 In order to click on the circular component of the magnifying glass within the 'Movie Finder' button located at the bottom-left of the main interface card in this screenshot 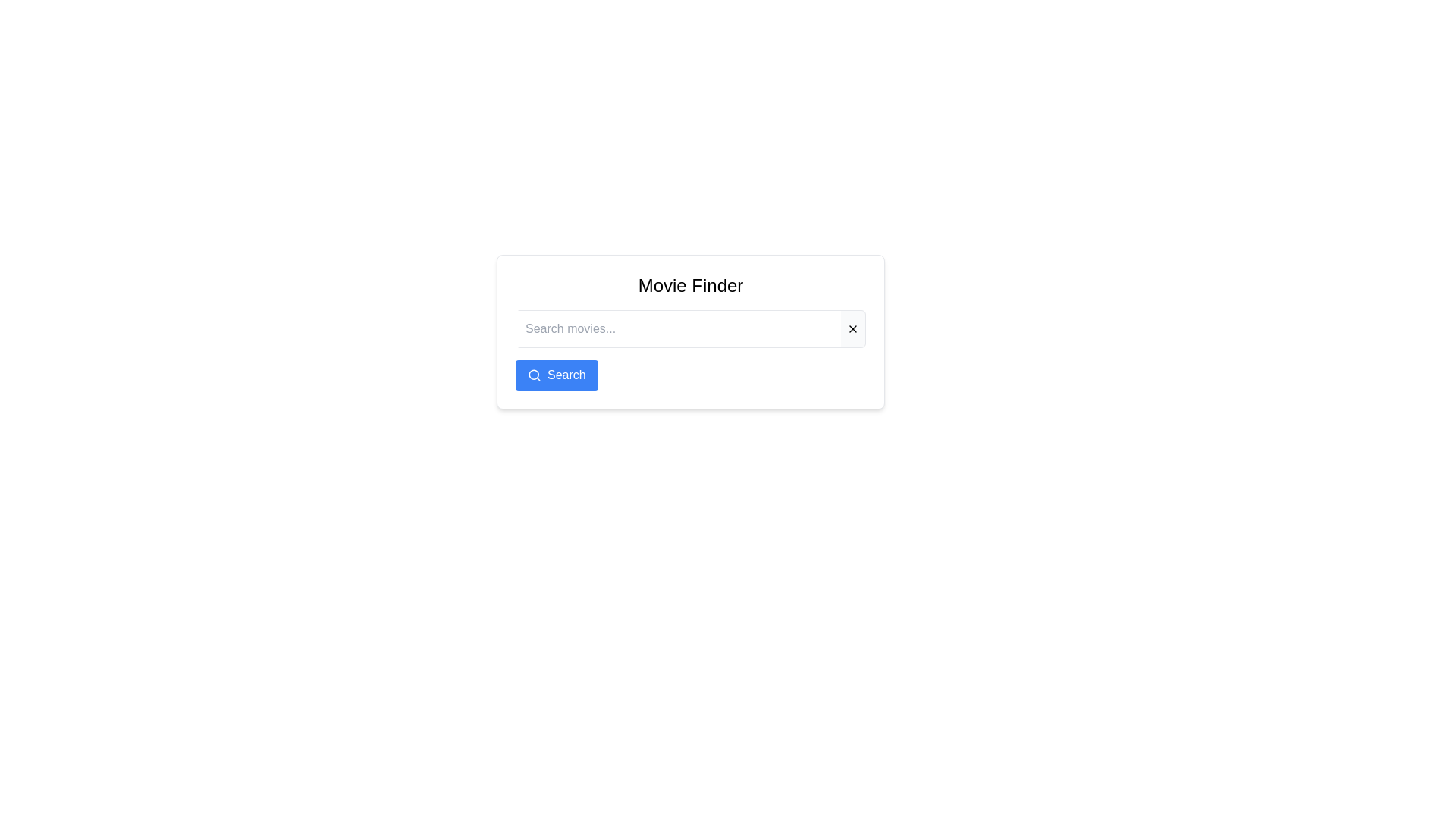, I will do `click(534, 375)`.